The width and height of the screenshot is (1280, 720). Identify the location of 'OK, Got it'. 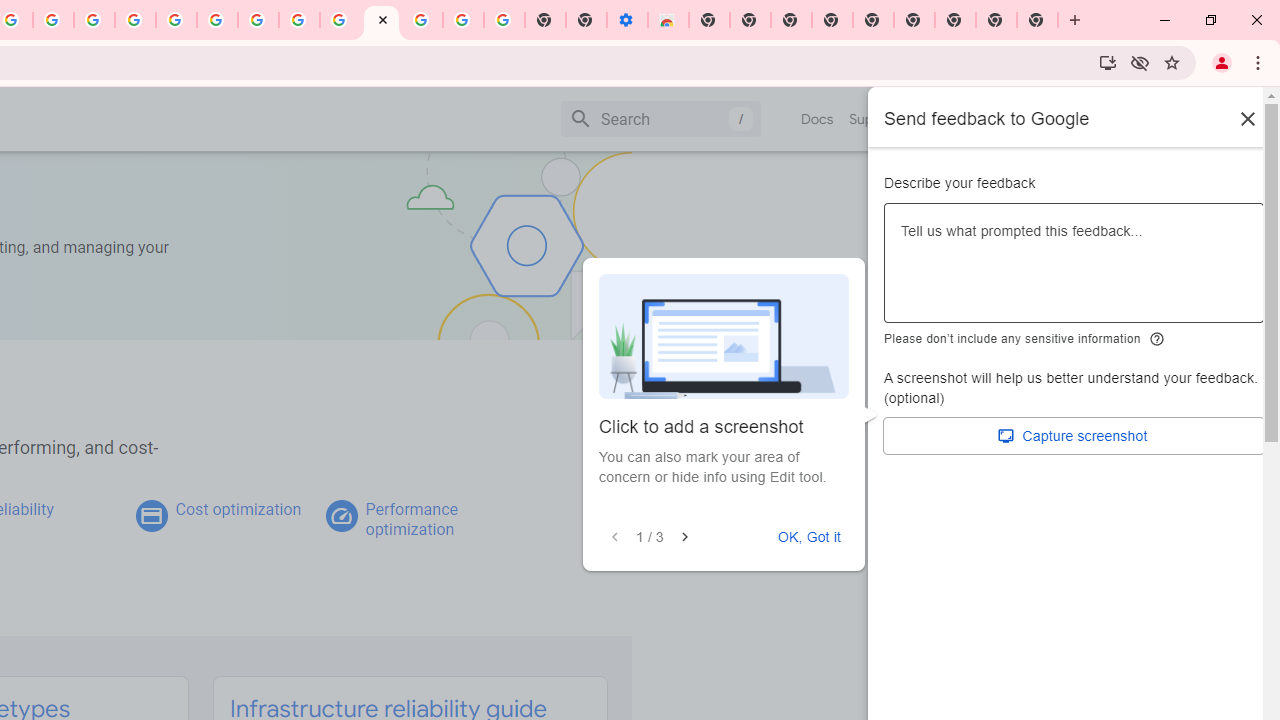
(809, 536).